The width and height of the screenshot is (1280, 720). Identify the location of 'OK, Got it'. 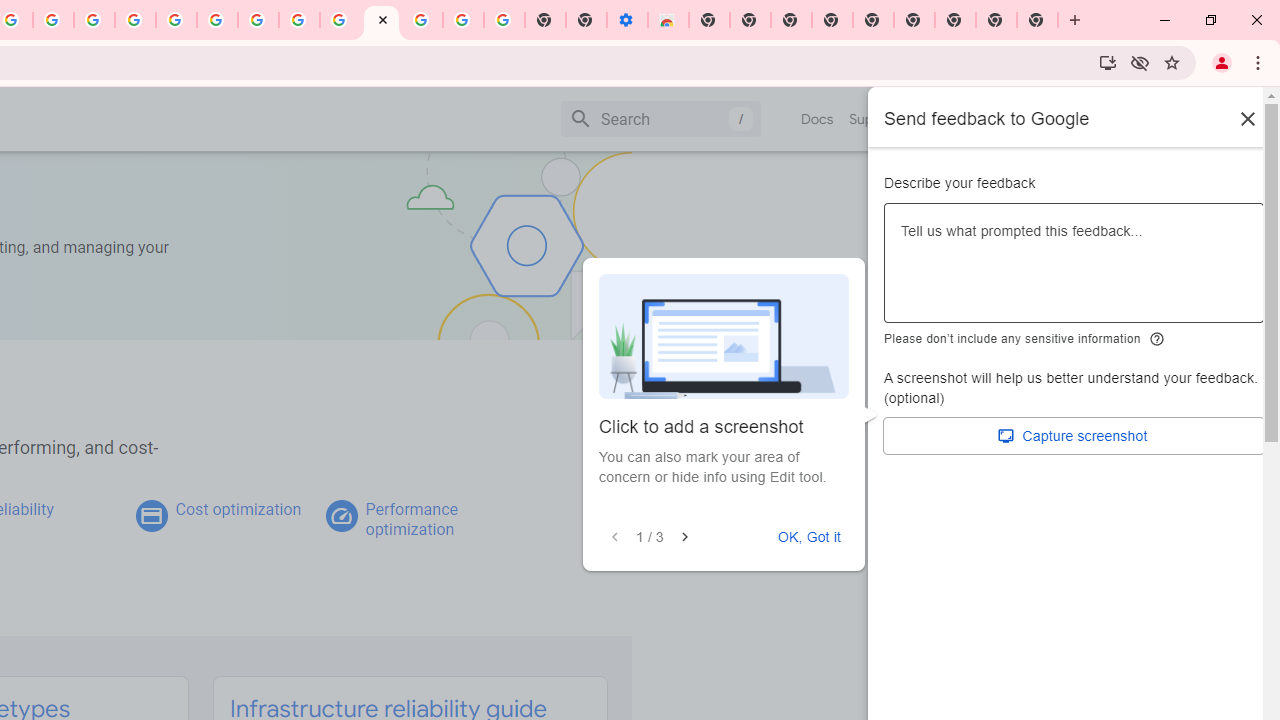
(809, 536).